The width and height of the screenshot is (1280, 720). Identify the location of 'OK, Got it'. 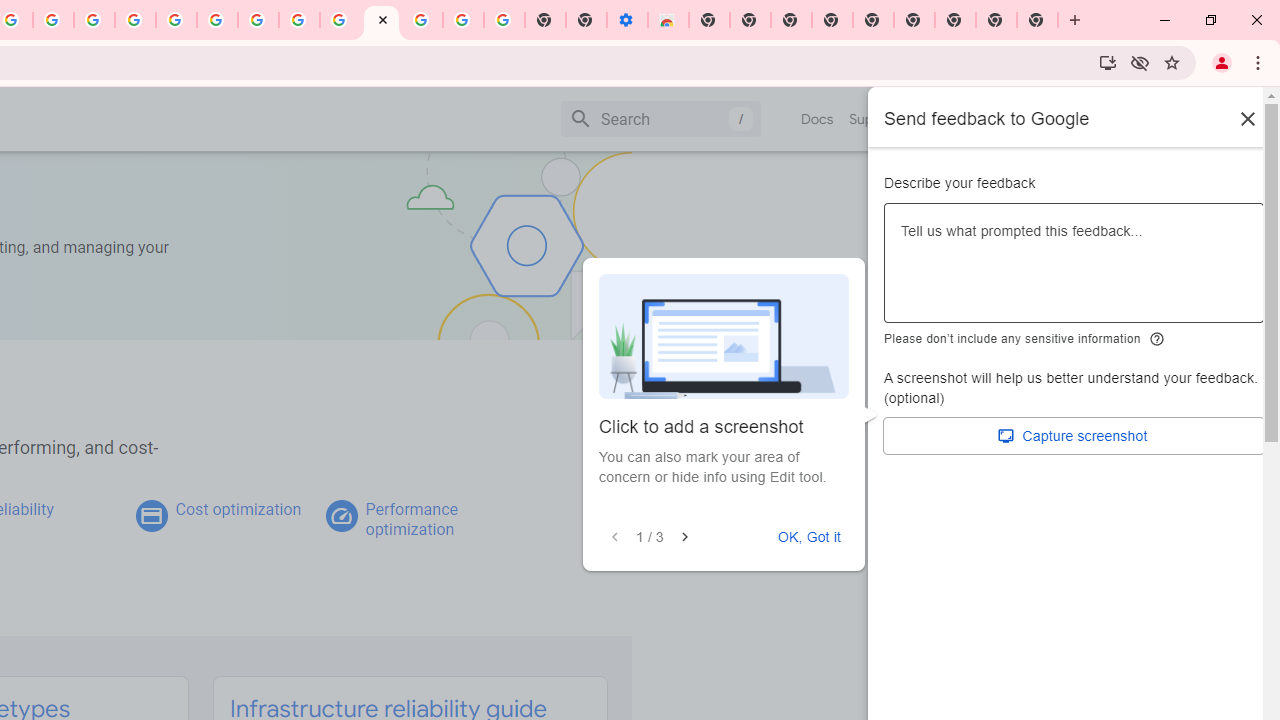
(809, 536).